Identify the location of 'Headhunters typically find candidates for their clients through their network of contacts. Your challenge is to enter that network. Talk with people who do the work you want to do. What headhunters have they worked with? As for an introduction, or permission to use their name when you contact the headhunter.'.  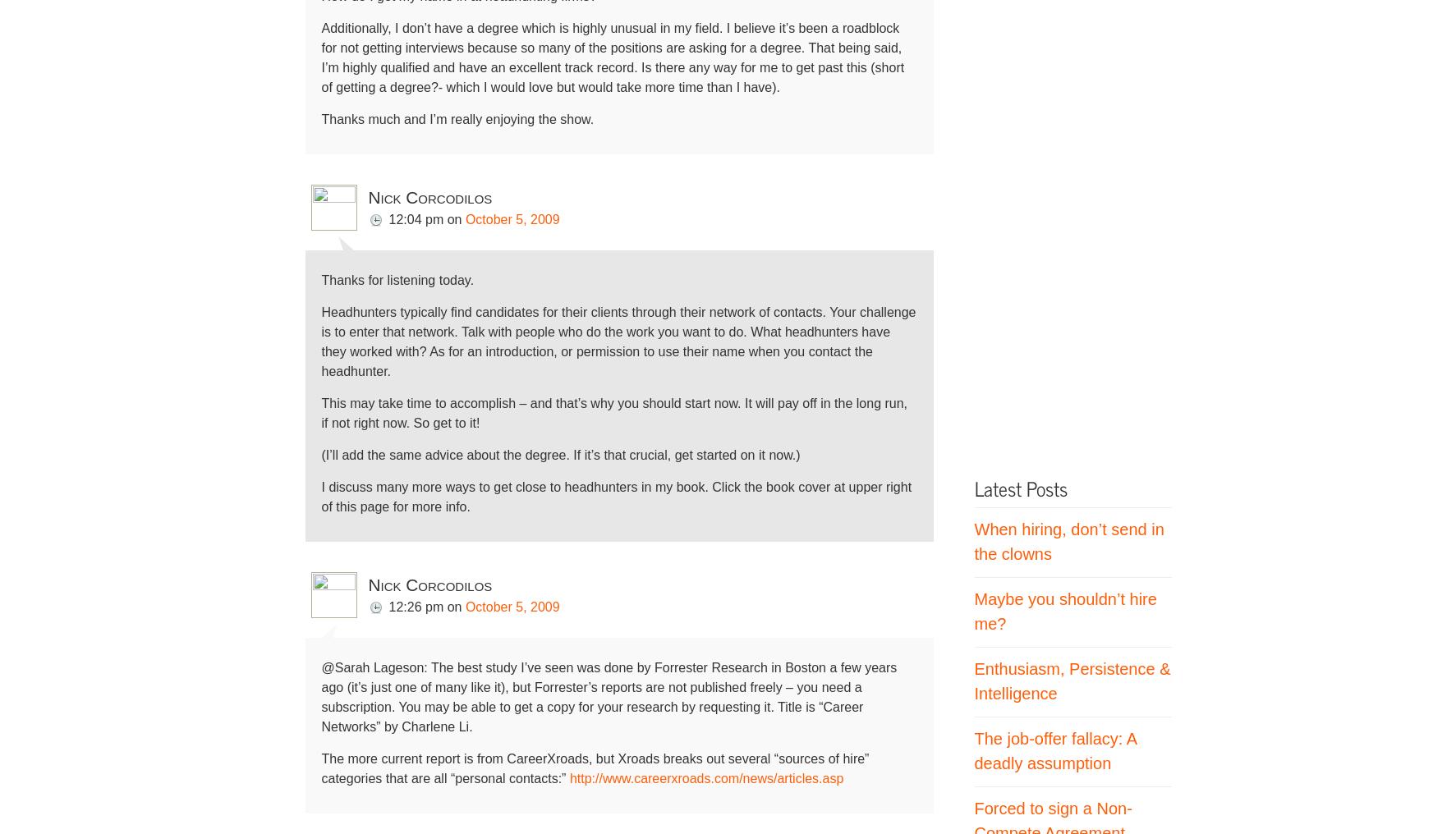
(618, 341).